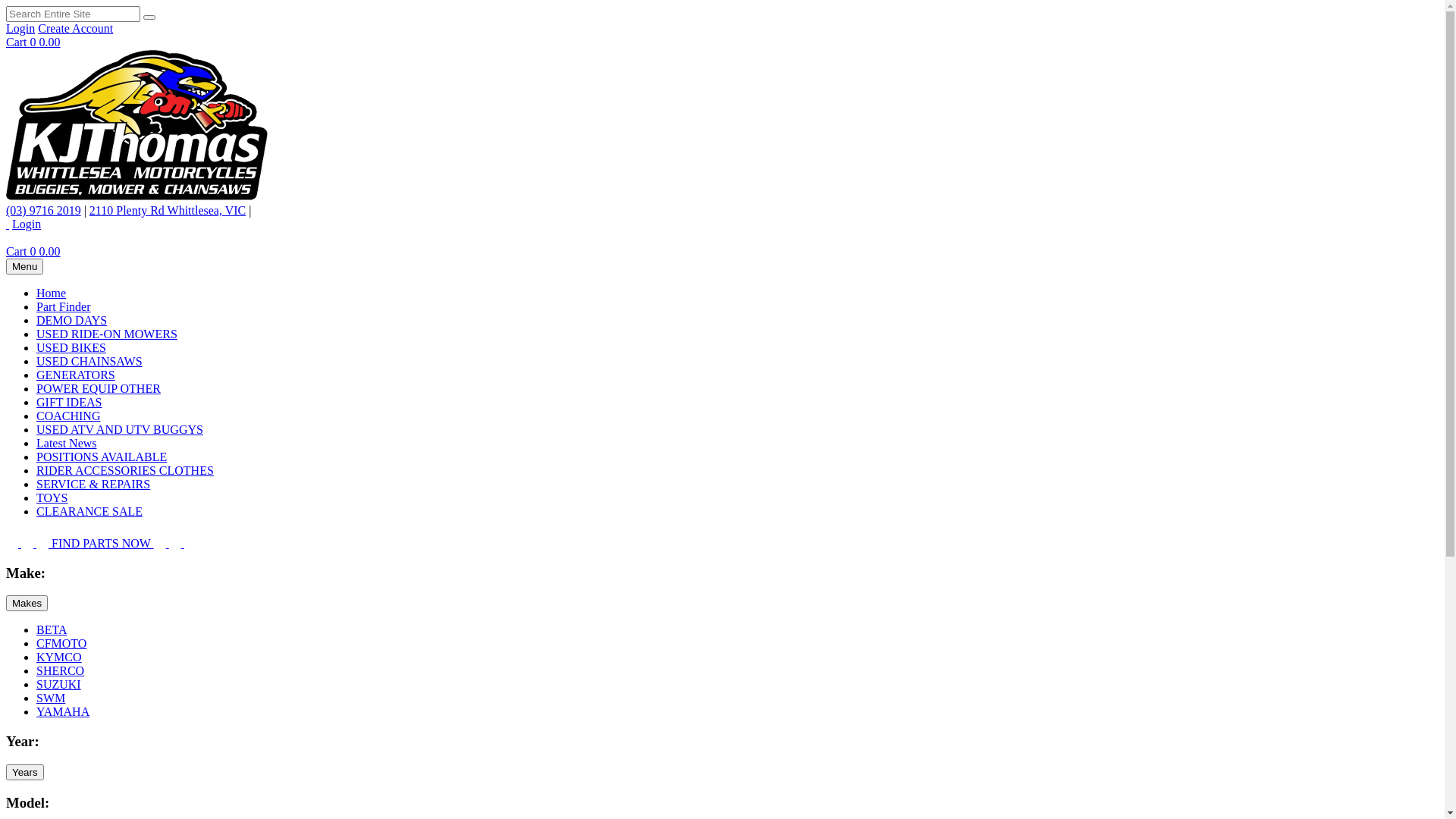 This screenshot has width=1456, height=819. I want to click on 'GENERATORS', so click(36, 375).